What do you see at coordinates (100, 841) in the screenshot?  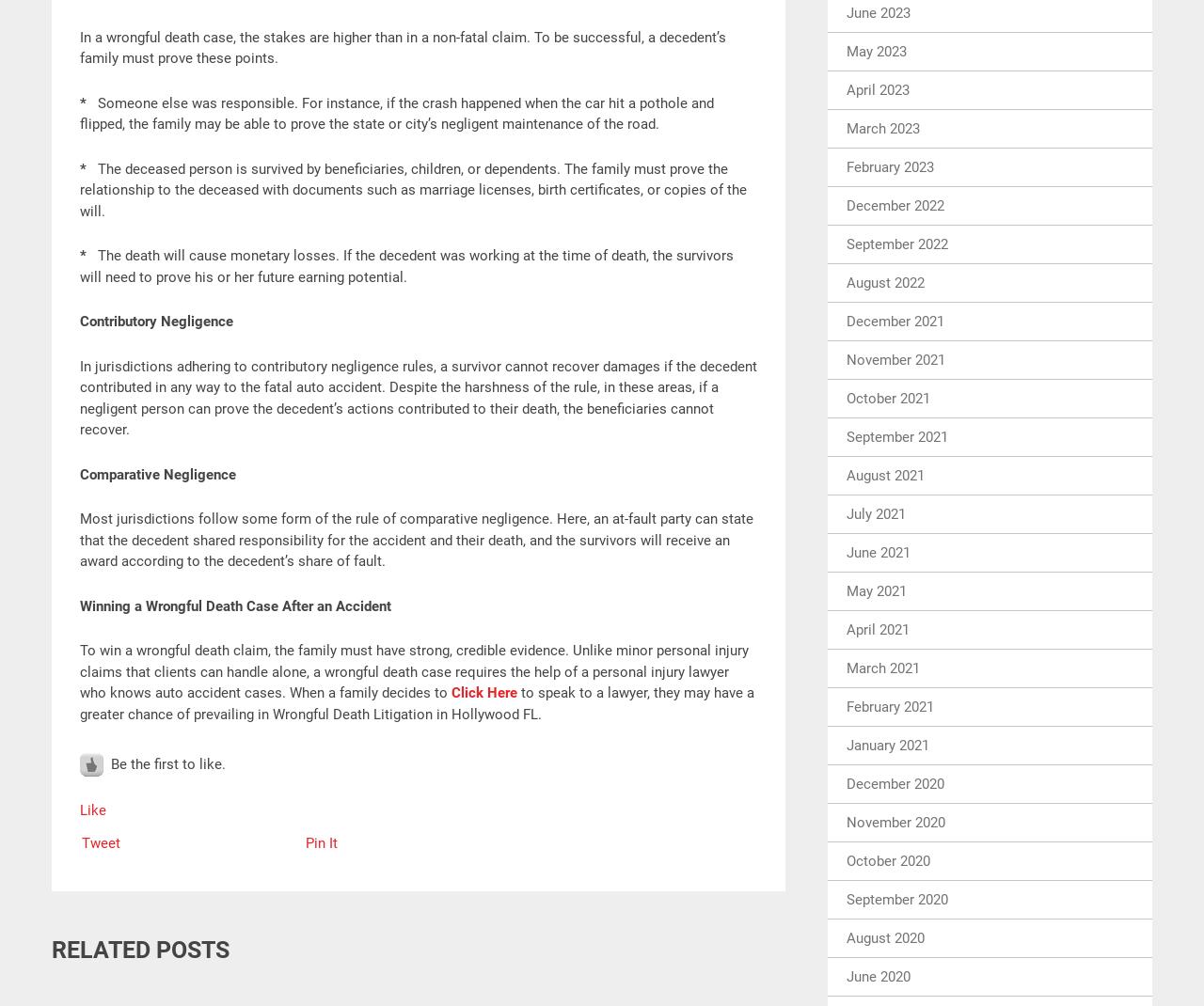 I see `'Tweet'` at bounding box center [100, 841].